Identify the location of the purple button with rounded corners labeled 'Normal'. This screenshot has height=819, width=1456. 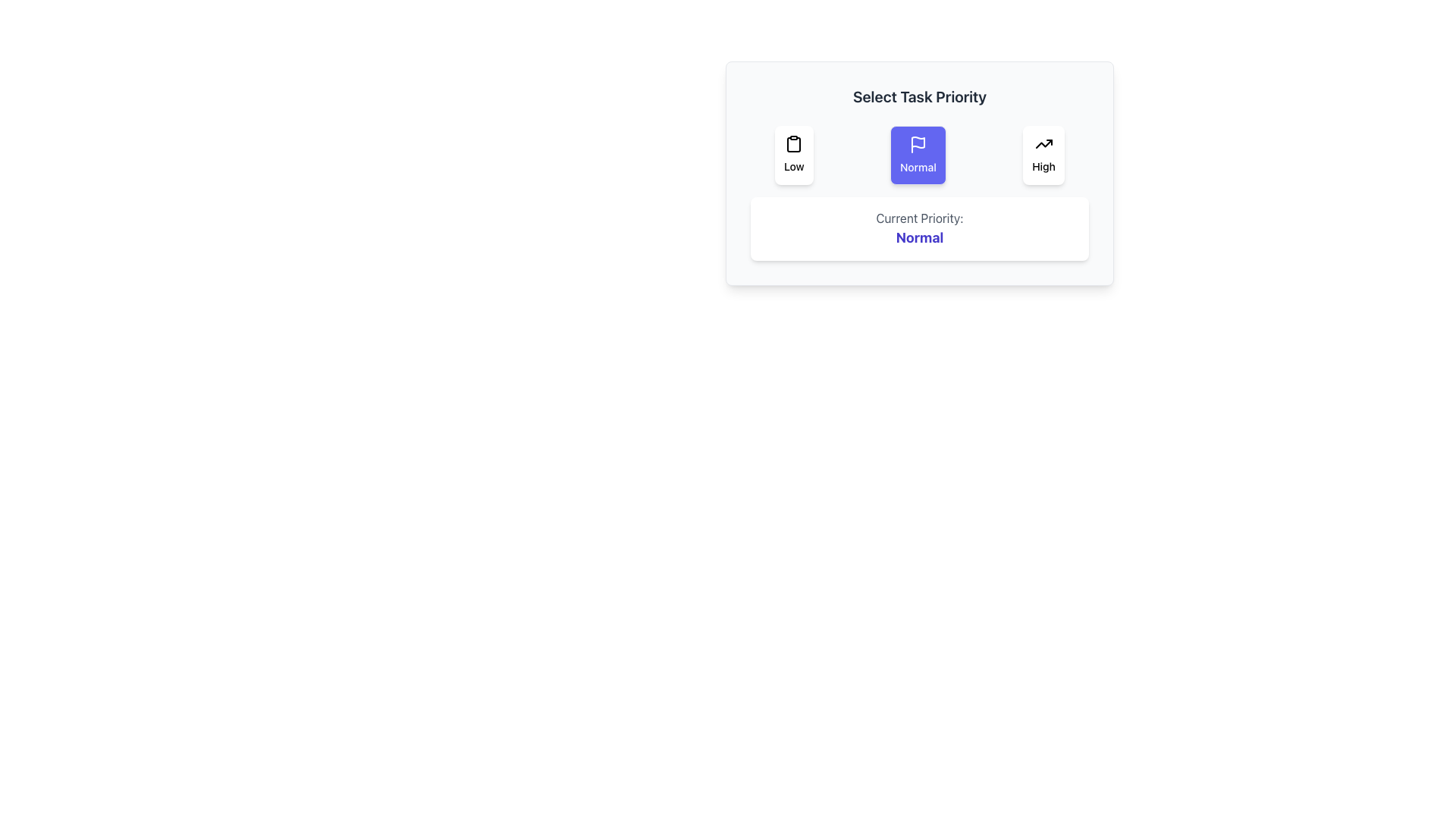
(917, 155).